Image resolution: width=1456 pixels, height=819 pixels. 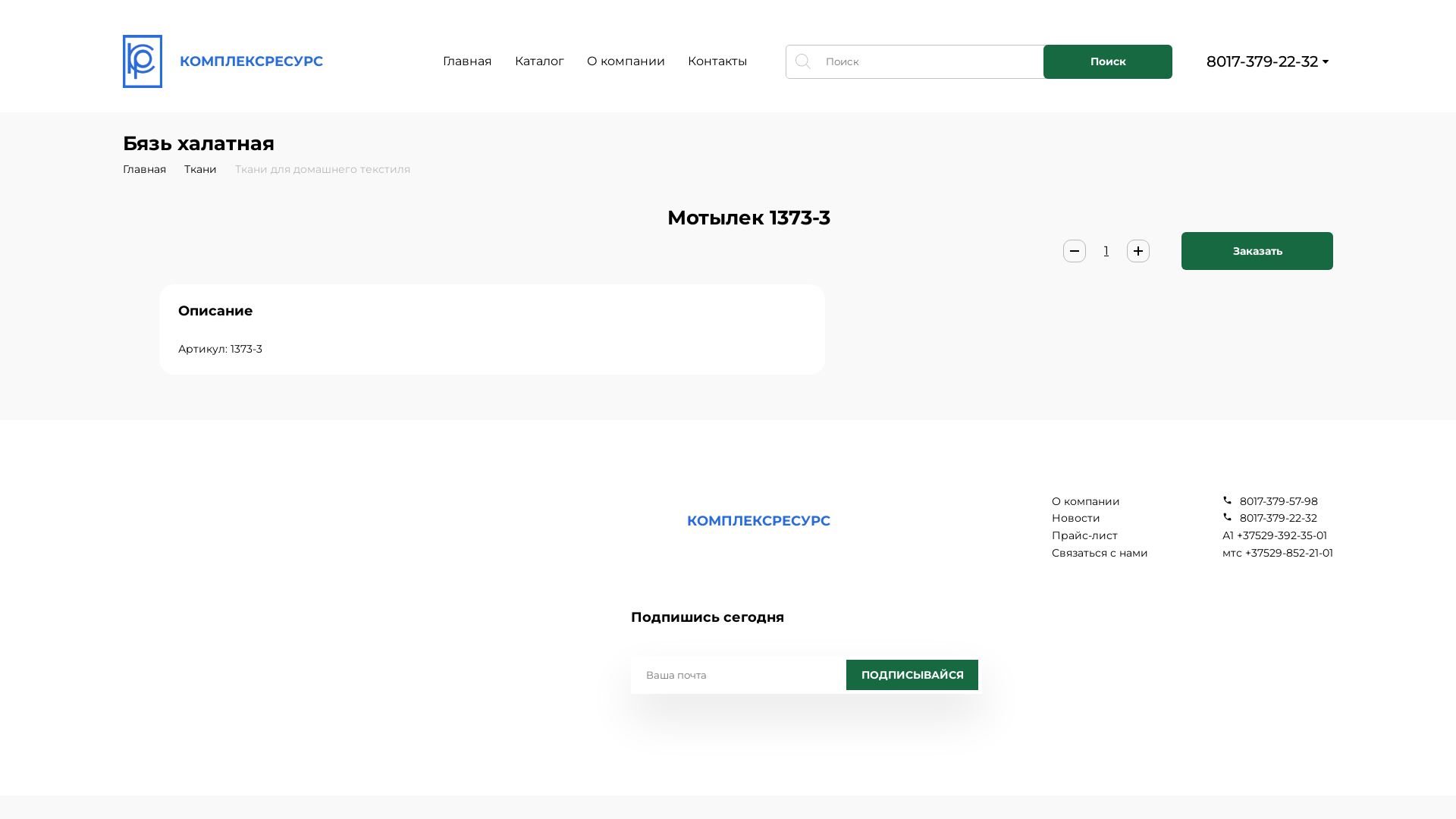 I want to click on '8017-379-57-98', so click(x=1276, y=501).